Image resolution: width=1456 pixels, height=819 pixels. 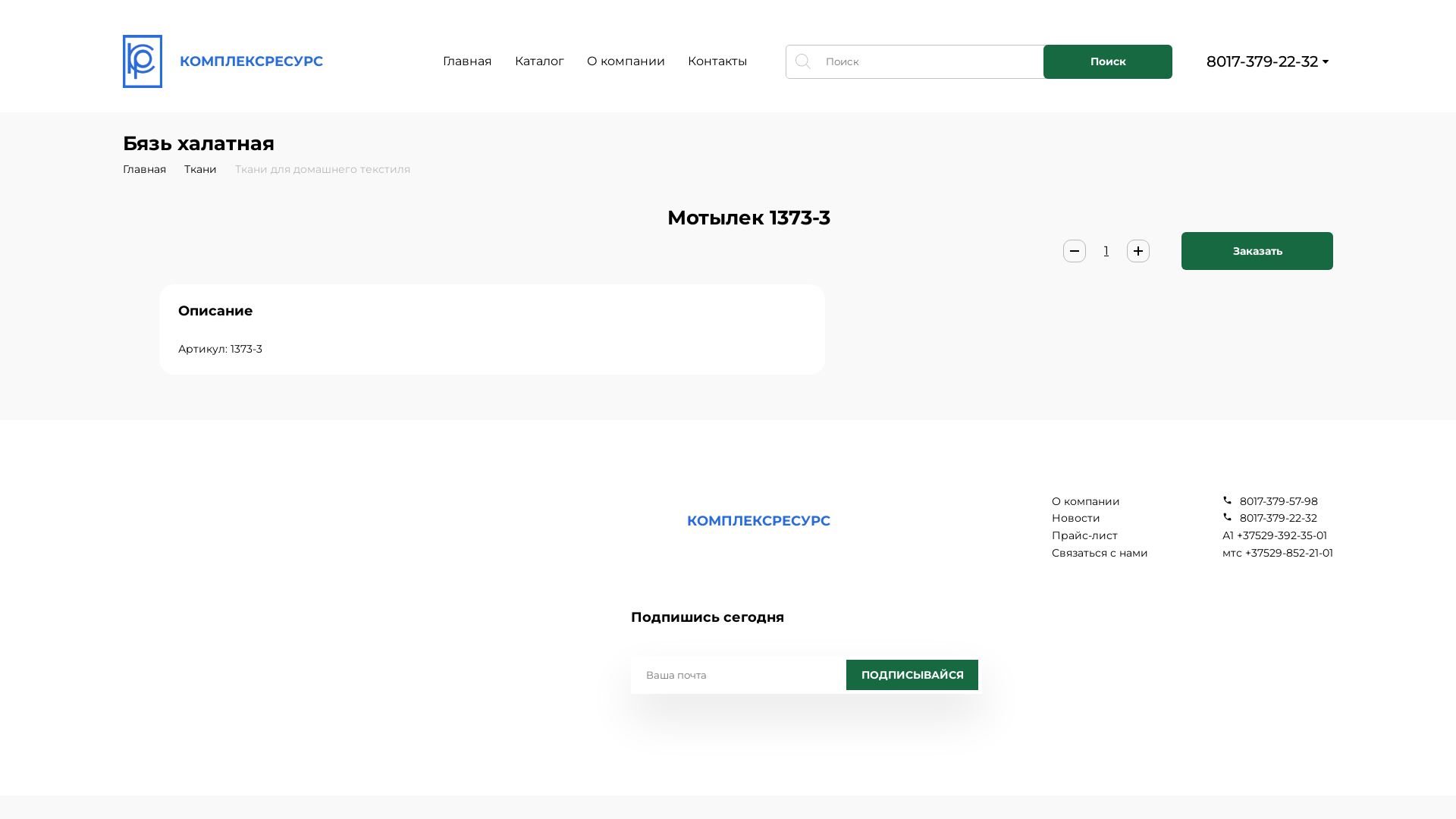 I want to click on '8017-379-57-98', so click(x=1276, y=501).